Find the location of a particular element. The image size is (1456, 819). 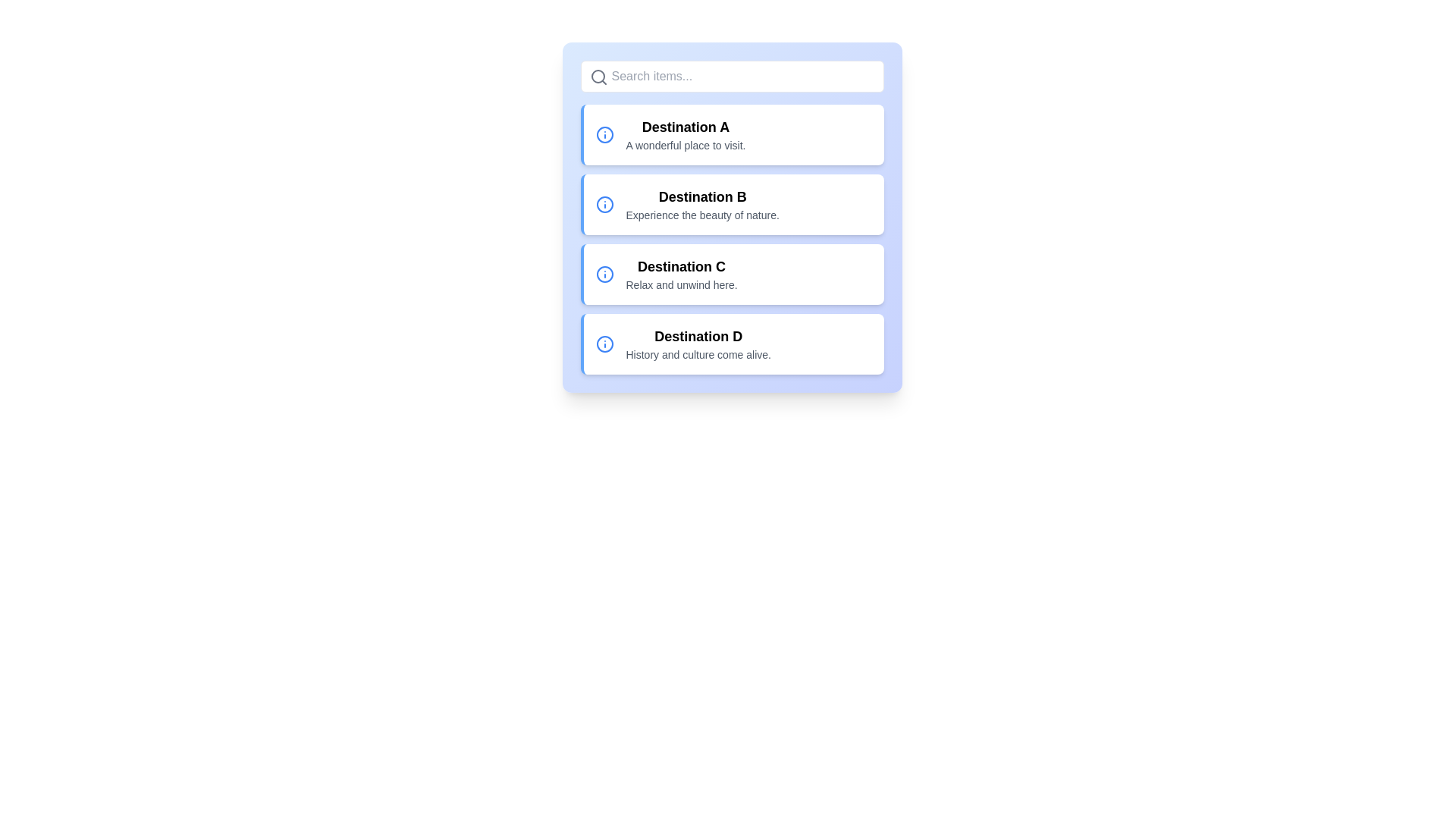

the blue circular Informational Icon located on the left side of the text content within 'Destination C' is located at coordinates (604, 275).